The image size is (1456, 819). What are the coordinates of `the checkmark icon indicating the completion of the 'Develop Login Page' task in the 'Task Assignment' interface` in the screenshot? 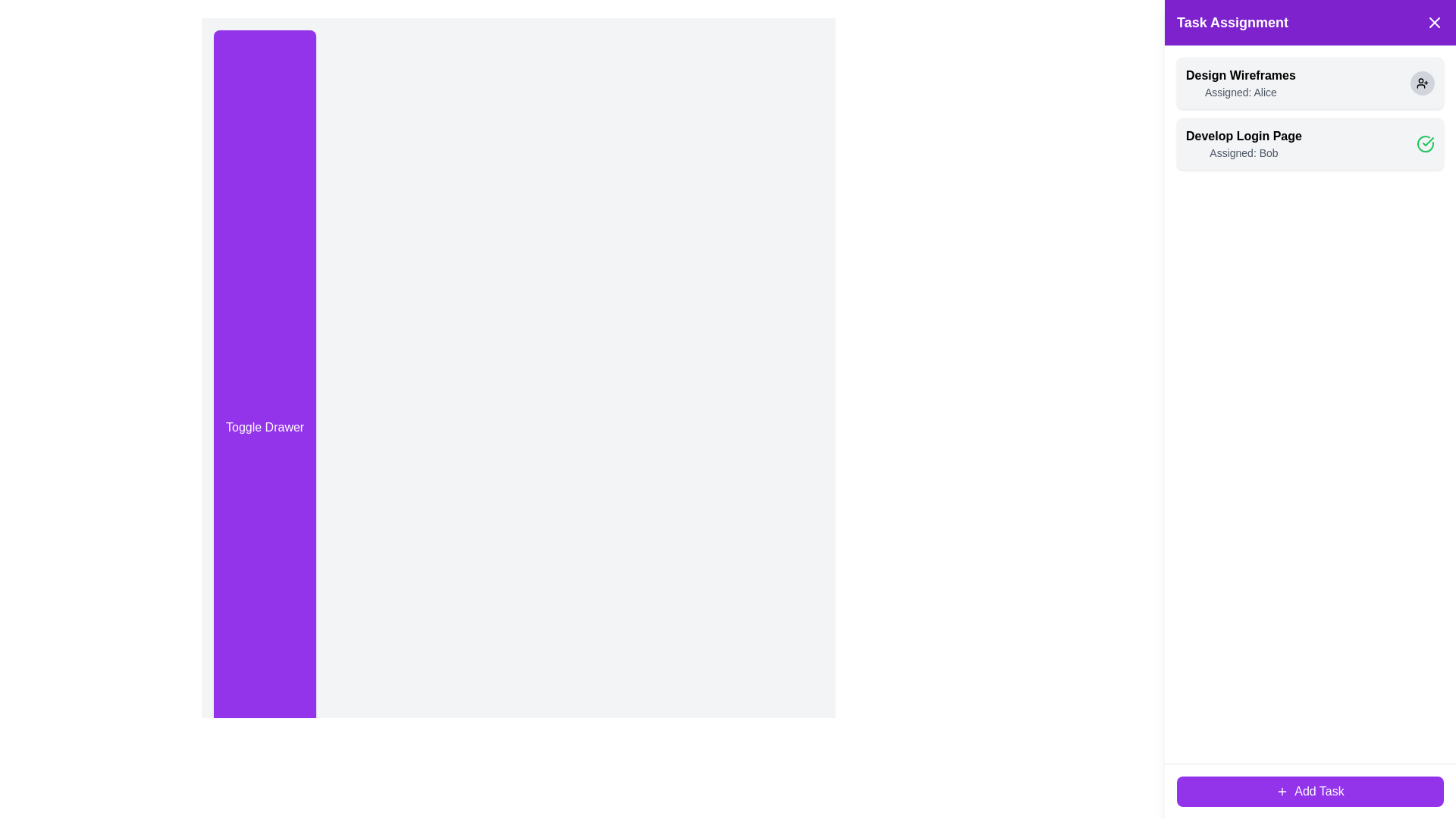 It's located at (1427, 141).